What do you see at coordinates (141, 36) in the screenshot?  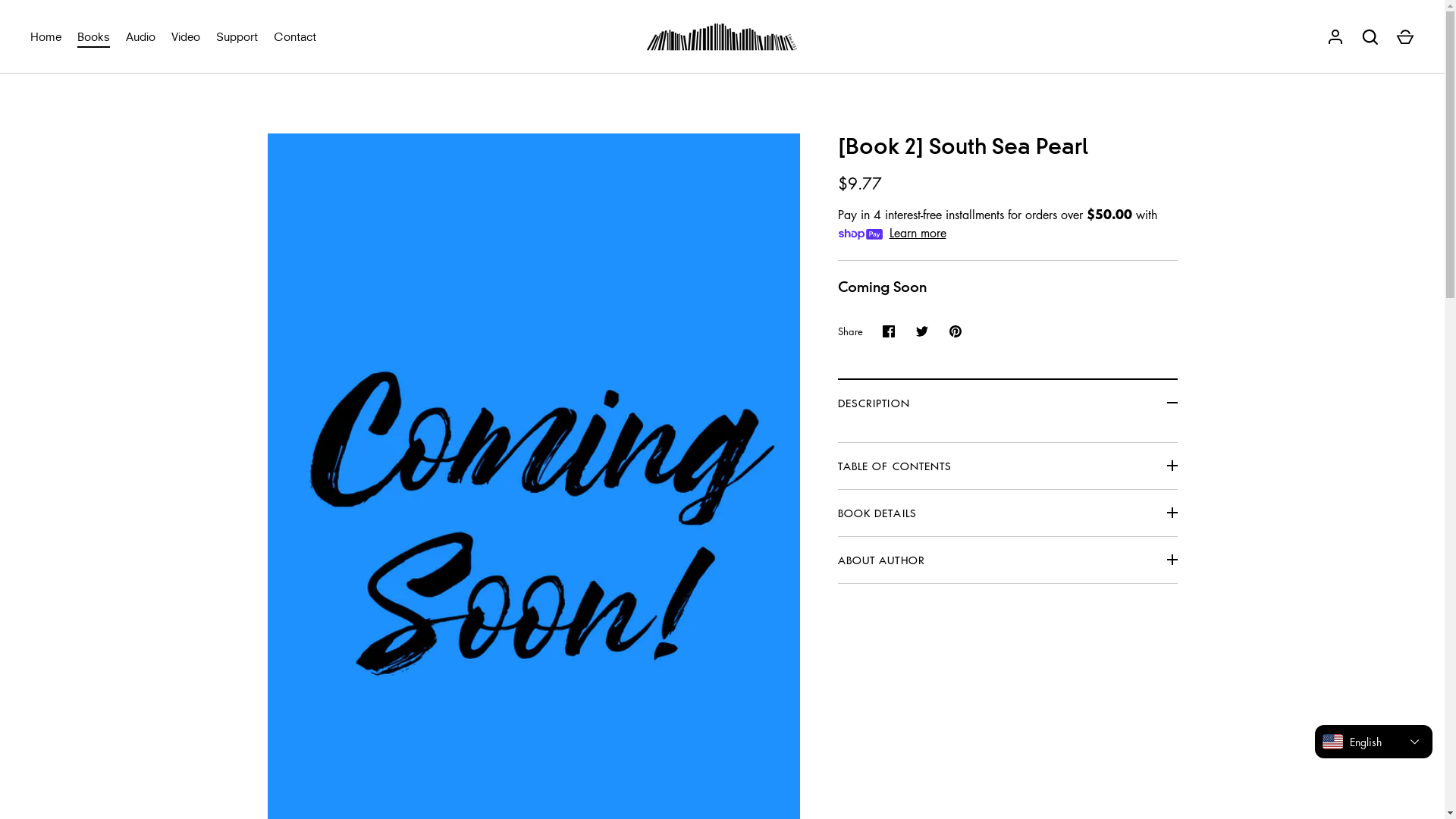 I see `'Audio'` at bounding box center [141, 36].